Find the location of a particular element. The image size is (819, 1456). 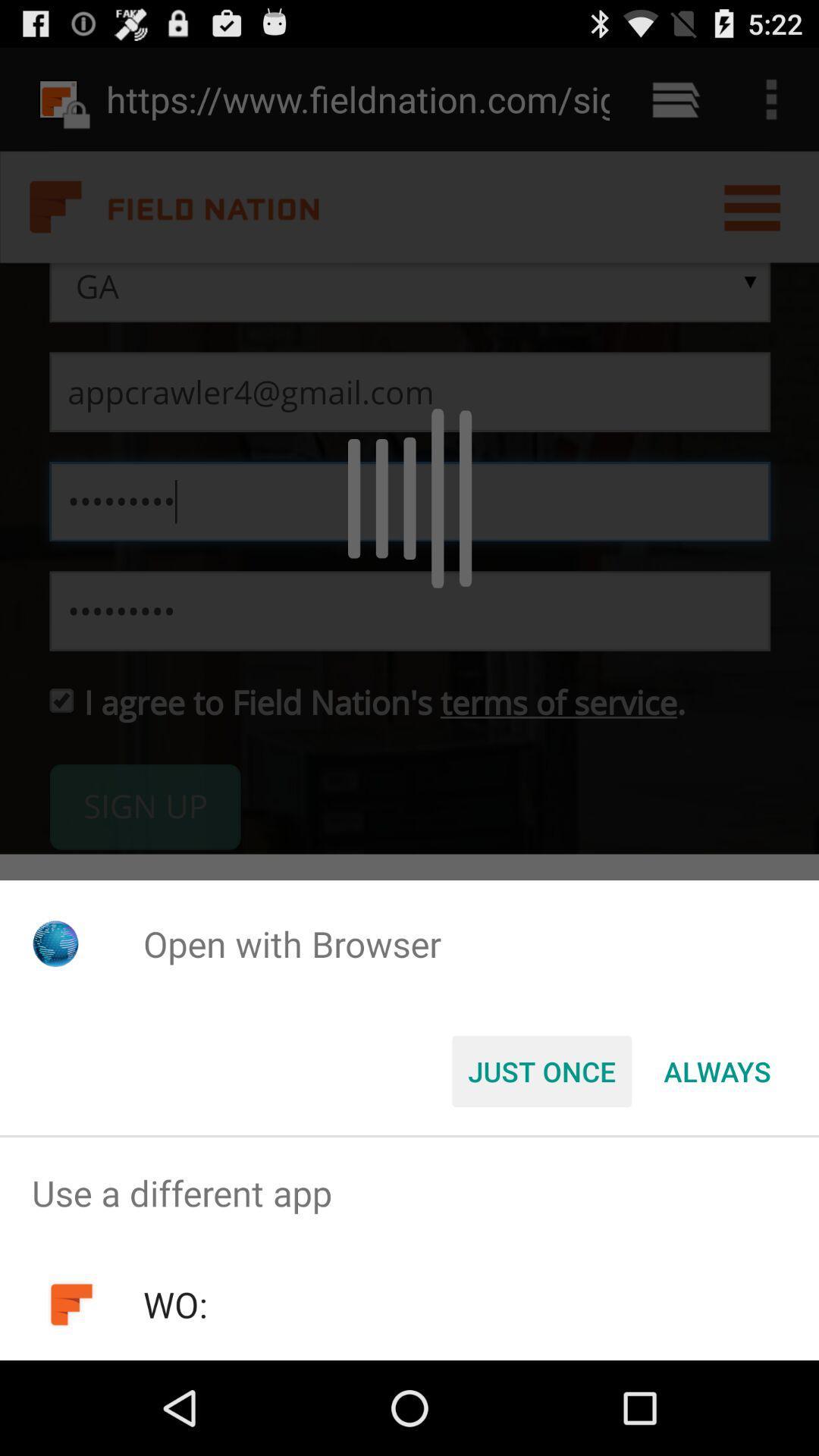

the wo: app is located at coordinates (174, 1304).